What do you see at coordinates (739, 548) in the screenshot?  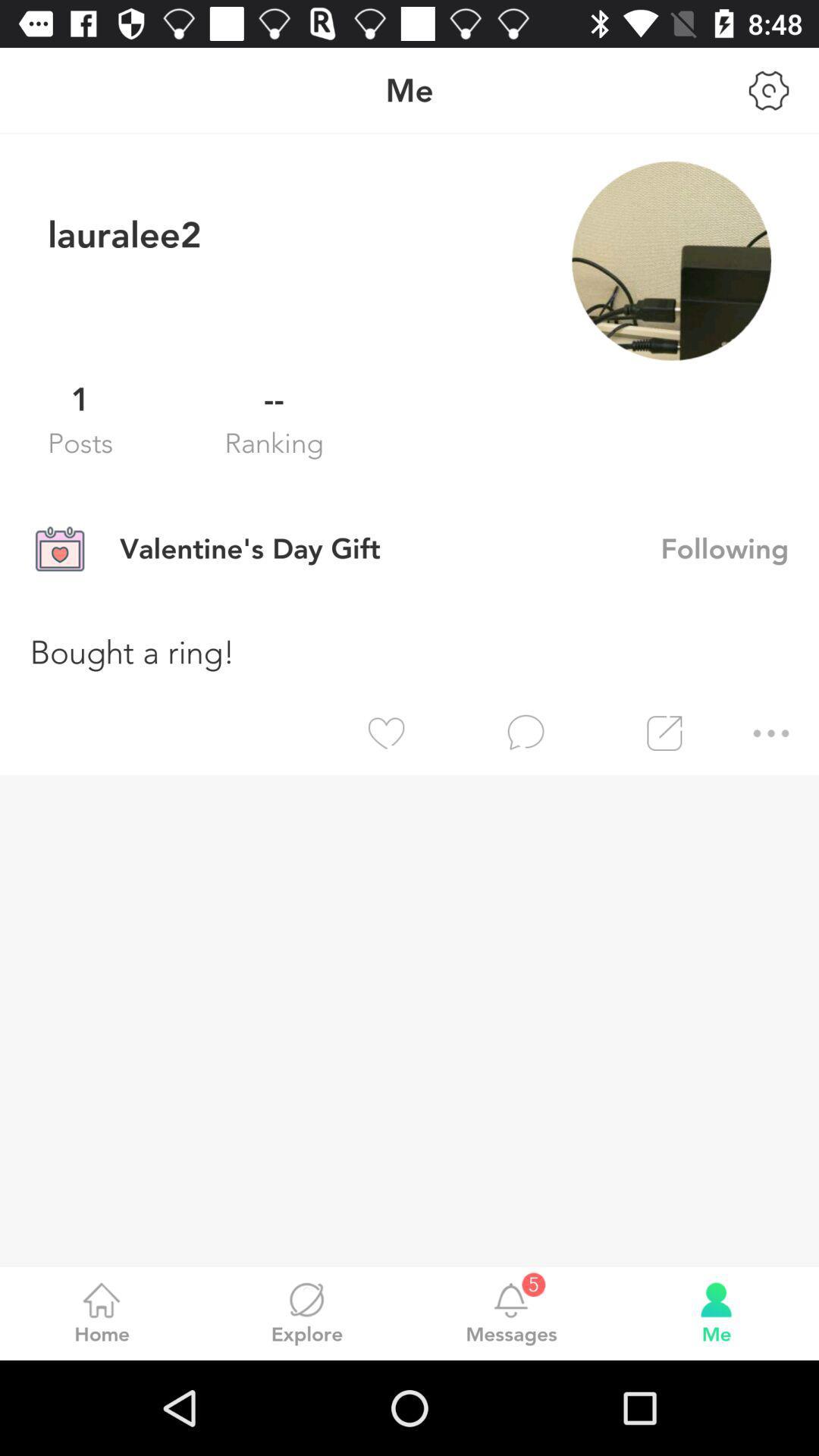 I see `the icon next to valentine s day` at bounding box center [739, 548].